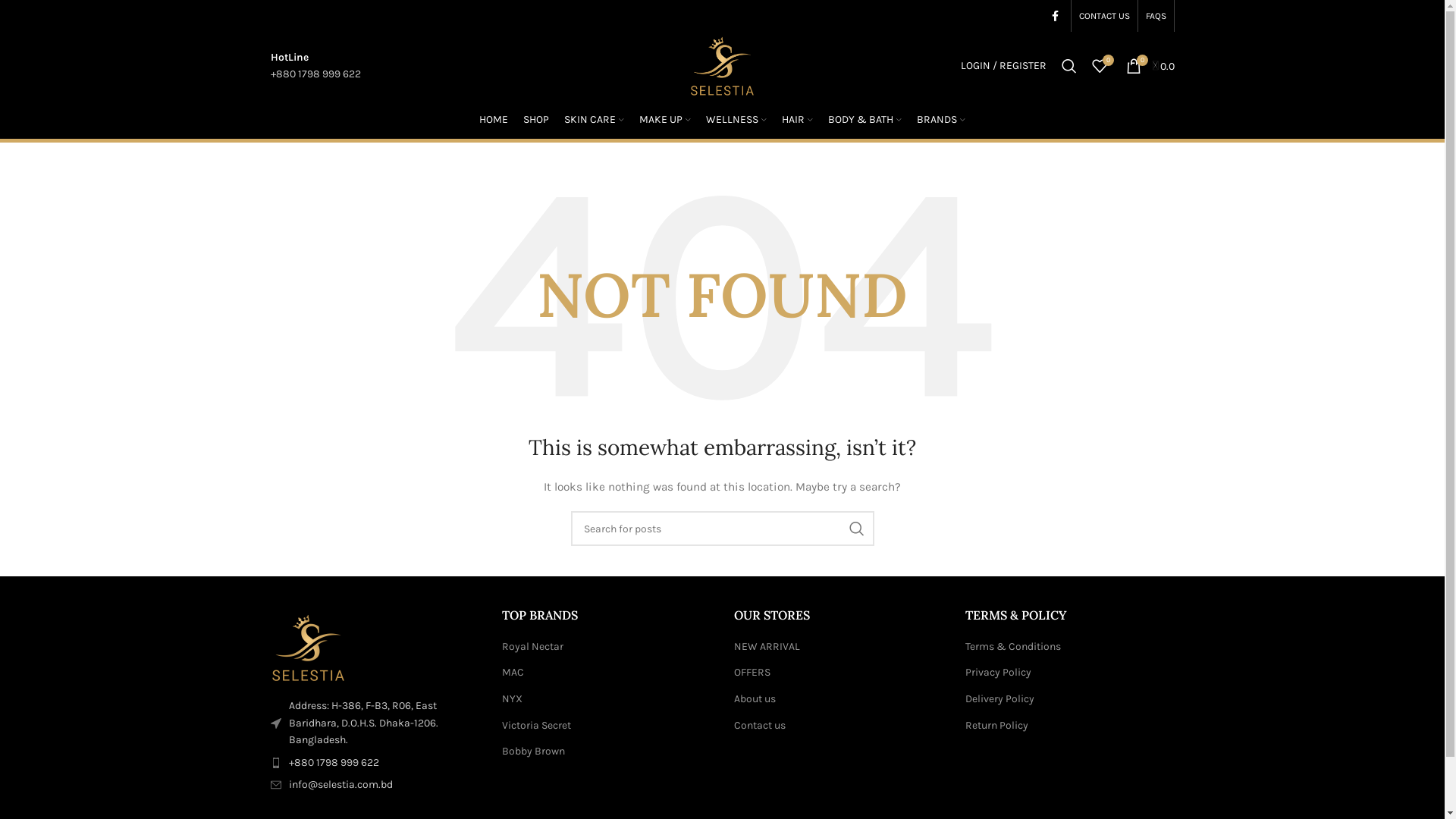 This screenshot has width=1456, height=819. What do you see at coordinates (997, 724) in the screenshot?
I see `'Return Policy'` at bounding box center [997, 724].